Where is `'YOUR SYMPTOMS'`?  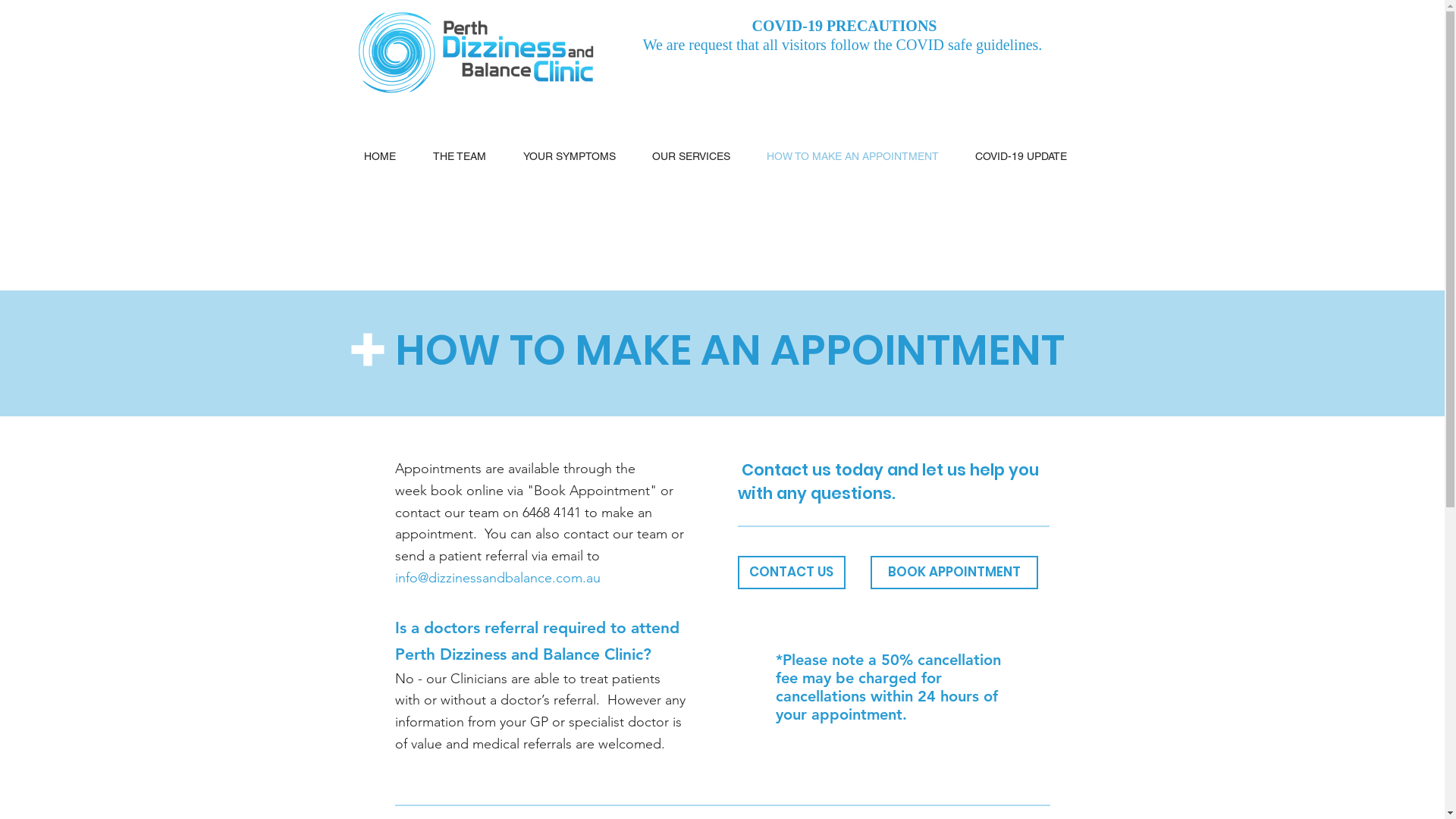 'YOUR SYMPTOMS' is located at coordinates (510, 155).